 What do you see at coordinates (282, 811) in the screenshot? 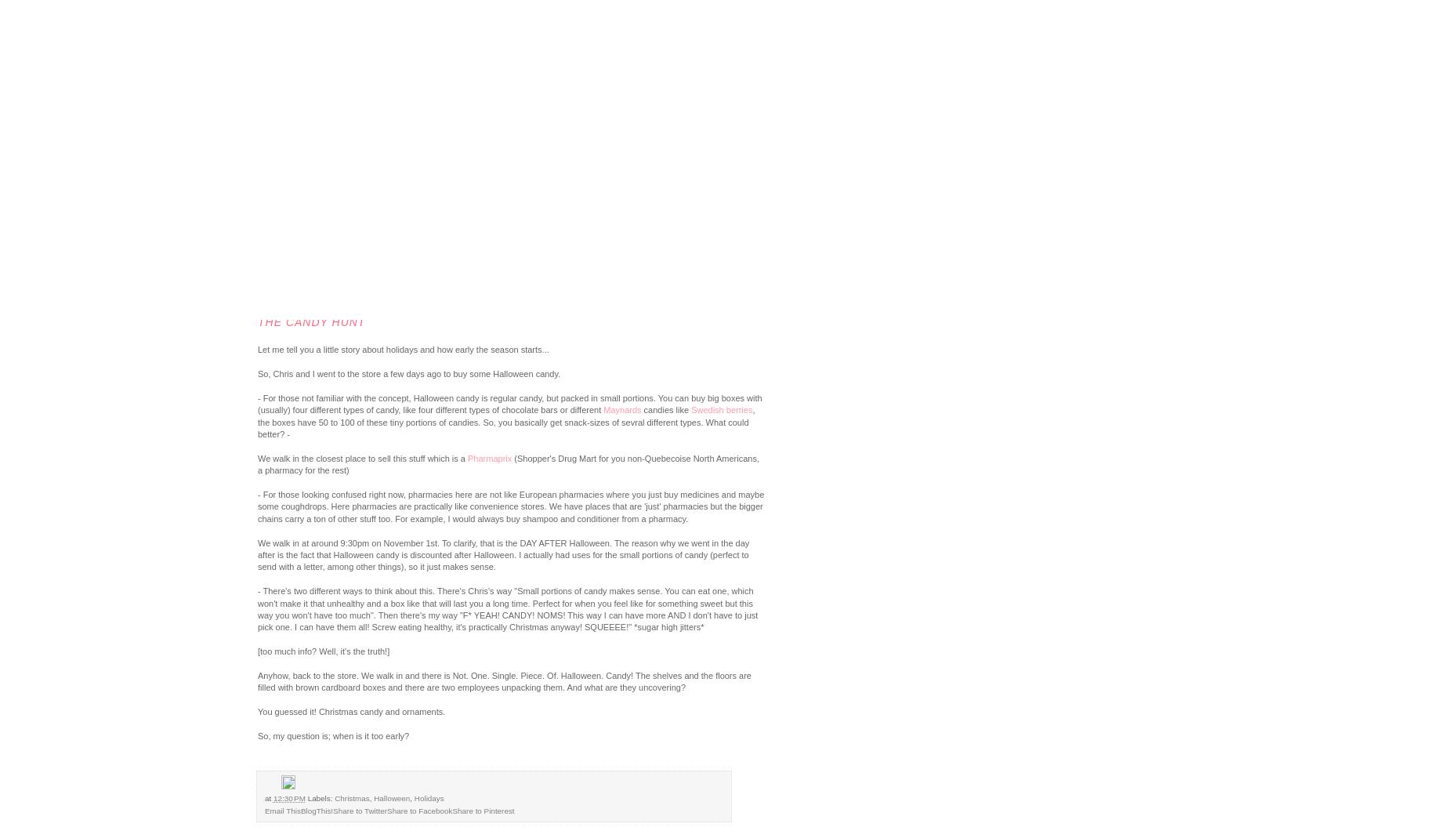
I see `'Email This'` at bounding box center [282, 811].